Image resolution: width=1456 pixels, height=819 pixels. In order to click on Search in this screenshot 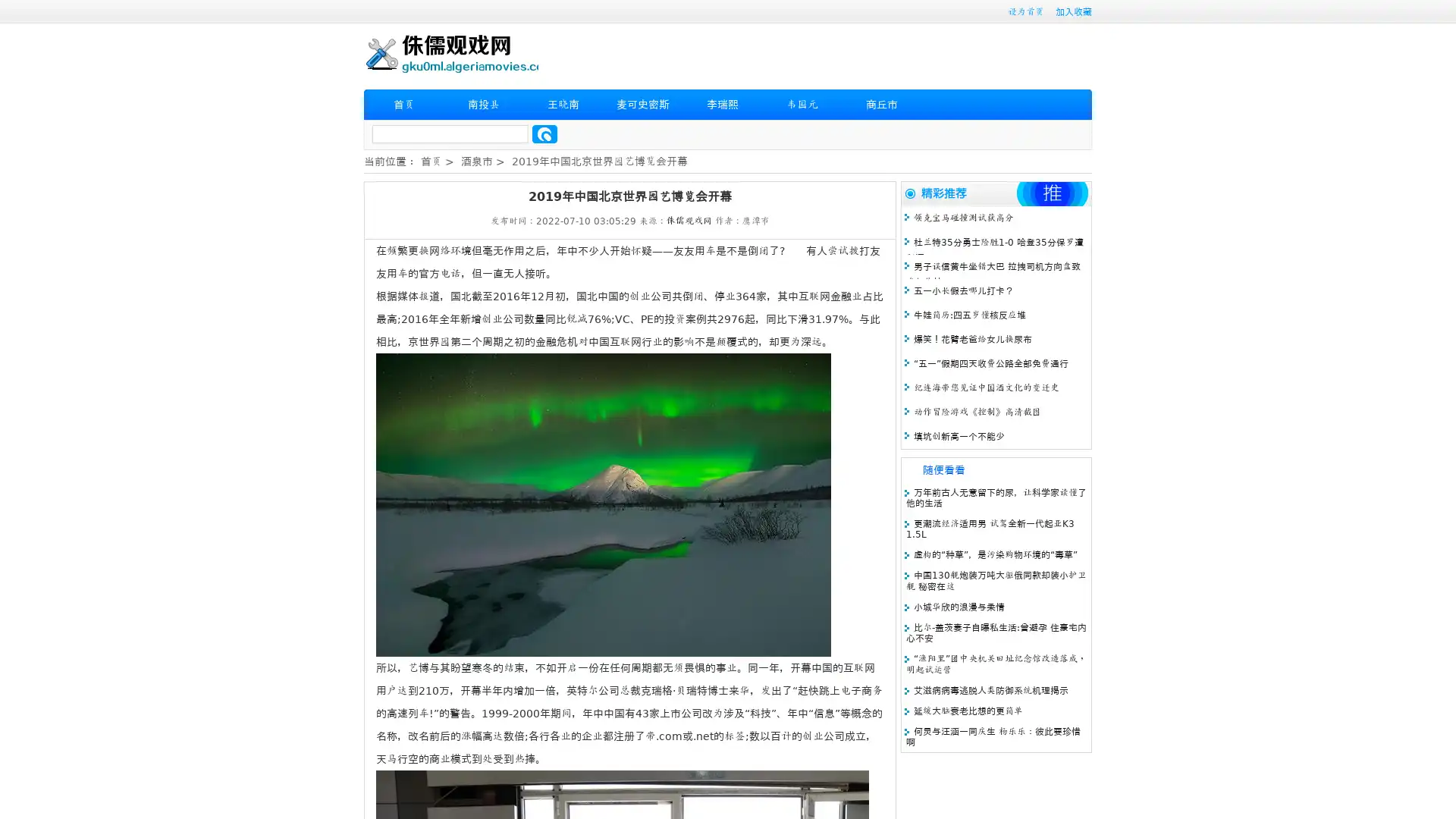, I will do `click(544, 133)`.